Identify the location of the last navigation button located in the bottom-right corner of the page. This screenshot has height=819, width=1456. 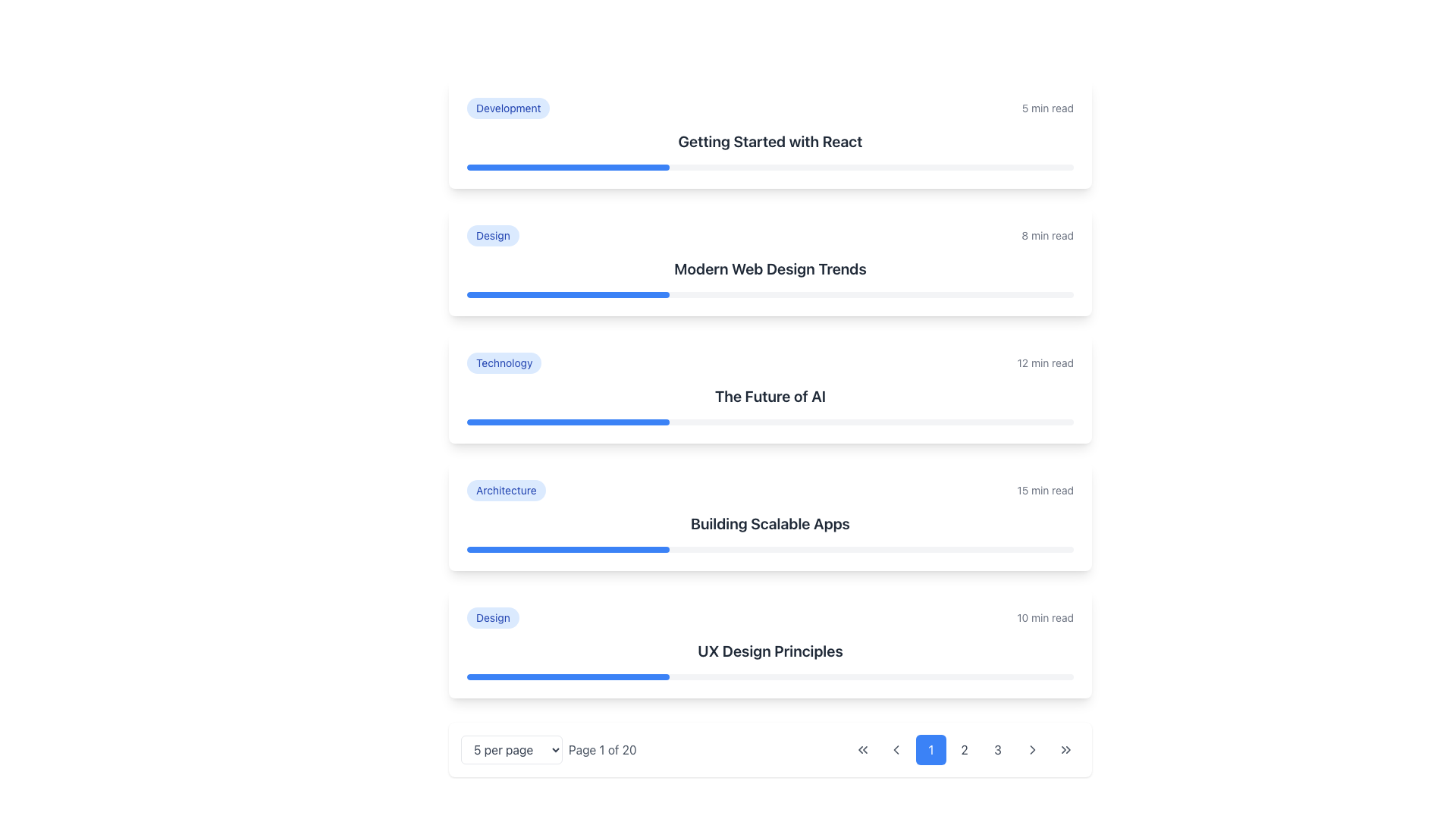
(1065, 748).